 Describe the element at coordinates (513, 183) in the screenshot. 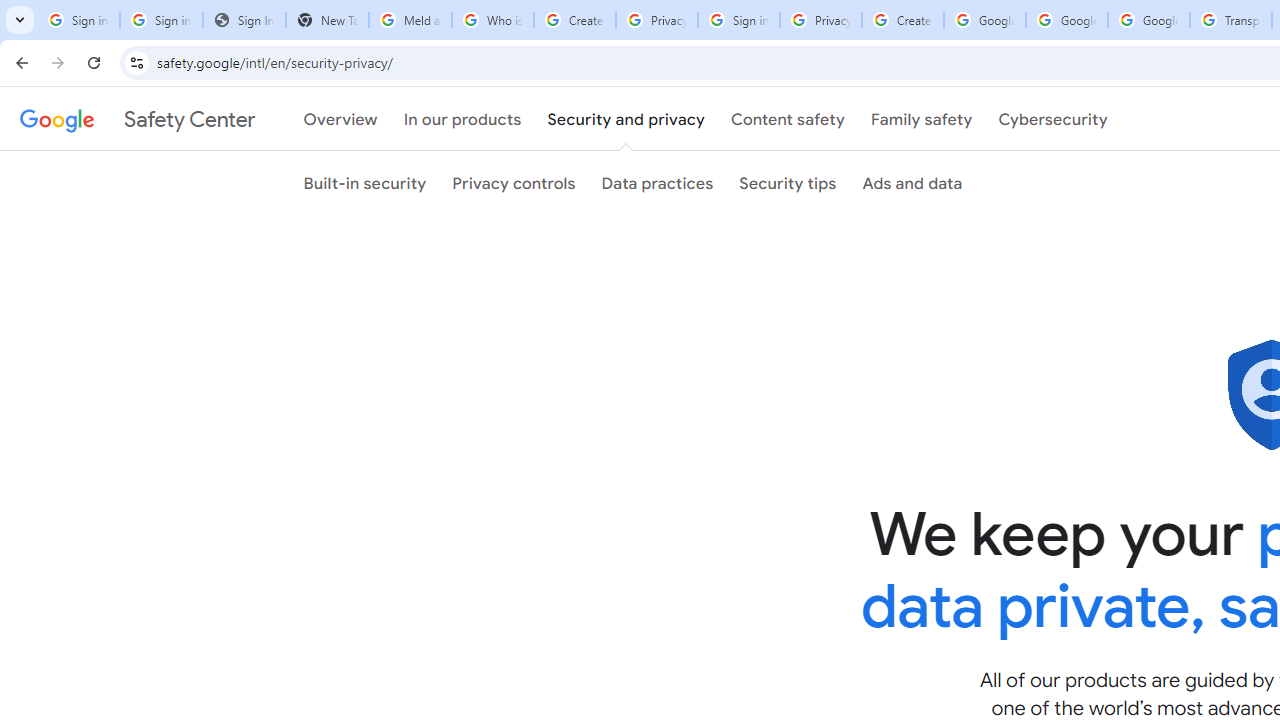

I see `'Privacy controls'` at that location.